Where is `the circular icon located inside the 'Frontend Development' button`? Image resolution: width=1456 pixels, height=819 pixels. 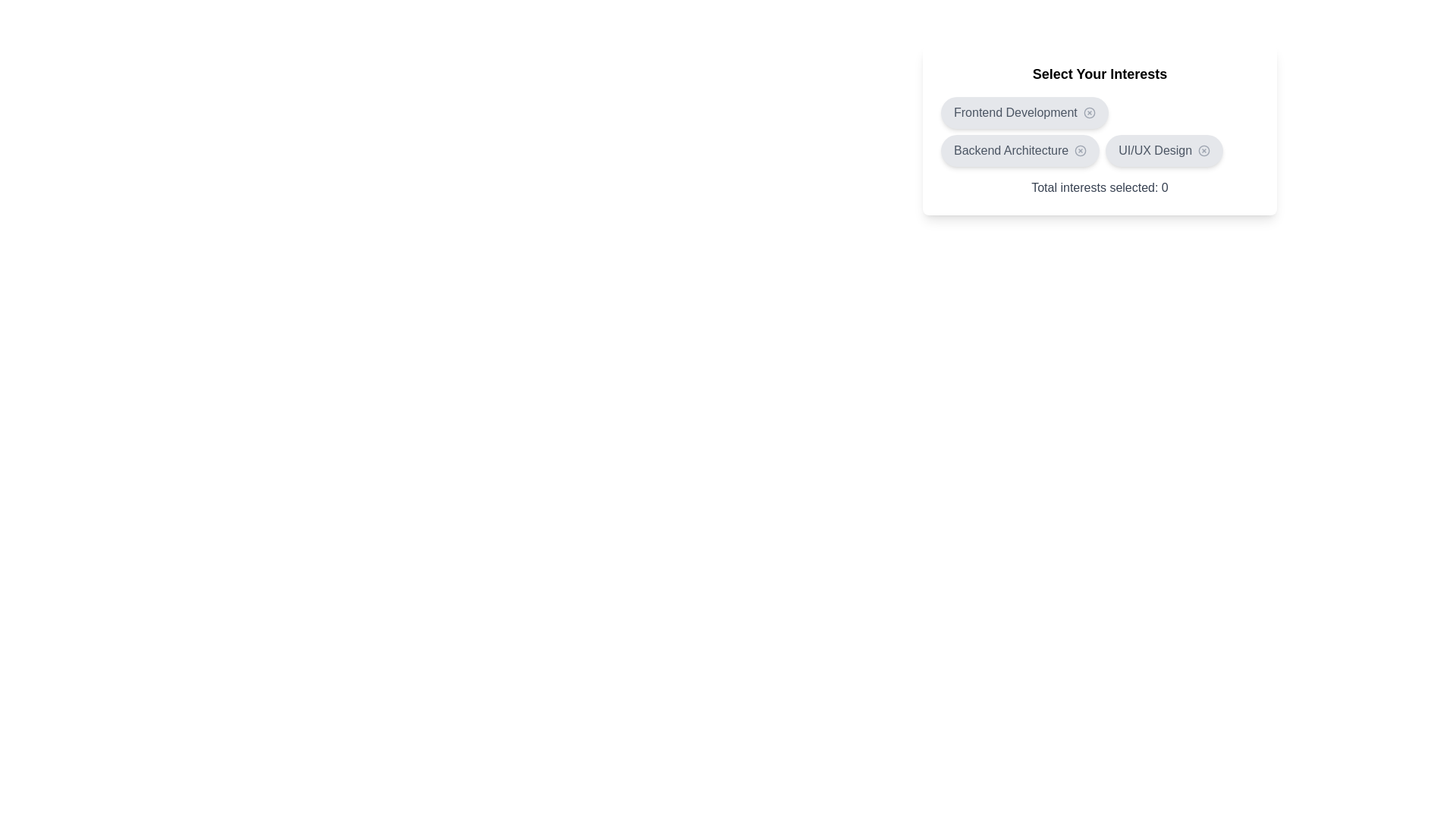 the circular icon located inside the 'Frontend Development' button is located at coordinates (1088, 112).